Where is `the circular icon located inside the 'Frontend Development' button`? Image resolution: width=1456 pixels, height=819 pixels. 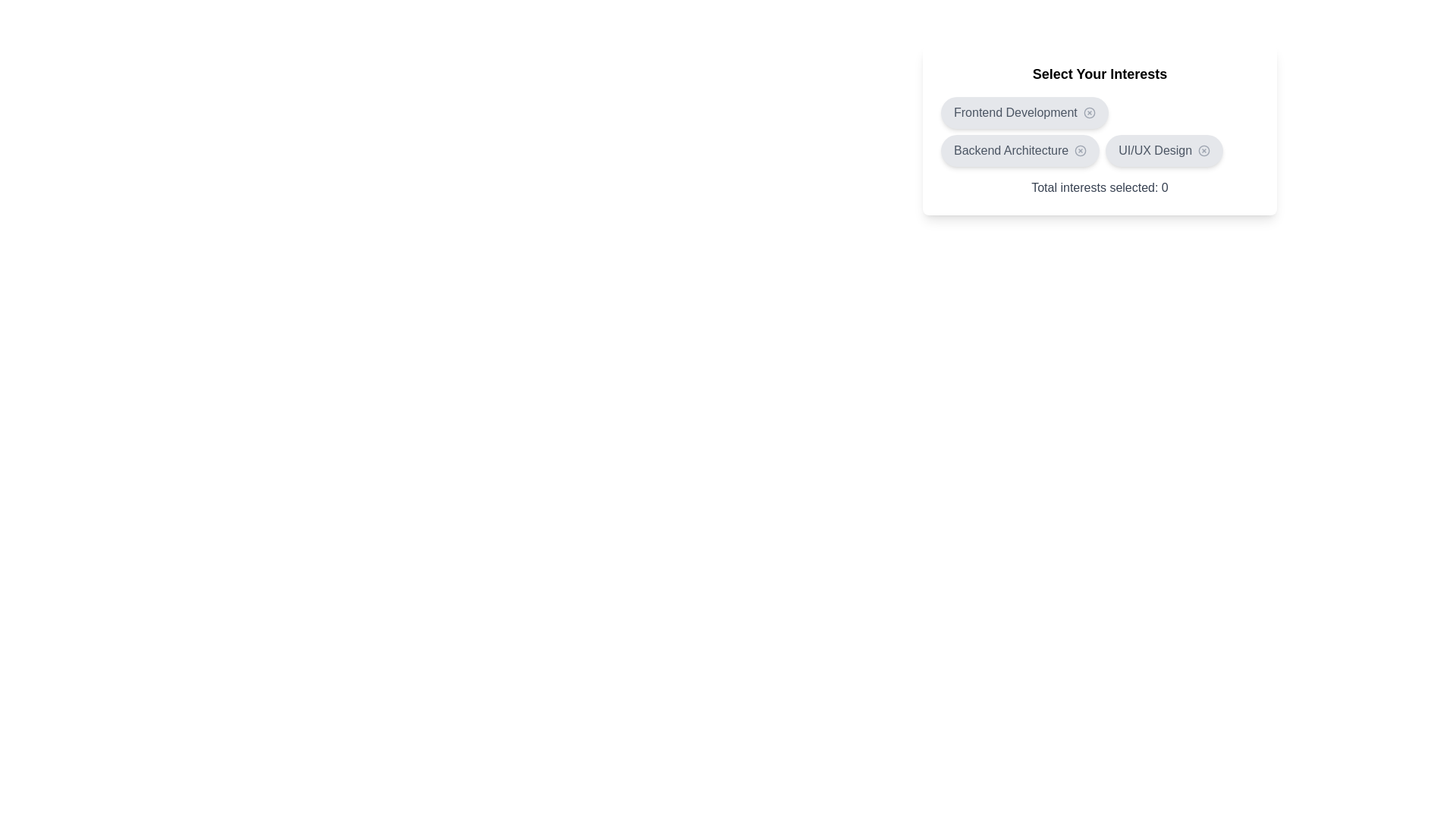 the circular icon located inside the 'Frontend Development' button is located at coordinates (1088, 112).